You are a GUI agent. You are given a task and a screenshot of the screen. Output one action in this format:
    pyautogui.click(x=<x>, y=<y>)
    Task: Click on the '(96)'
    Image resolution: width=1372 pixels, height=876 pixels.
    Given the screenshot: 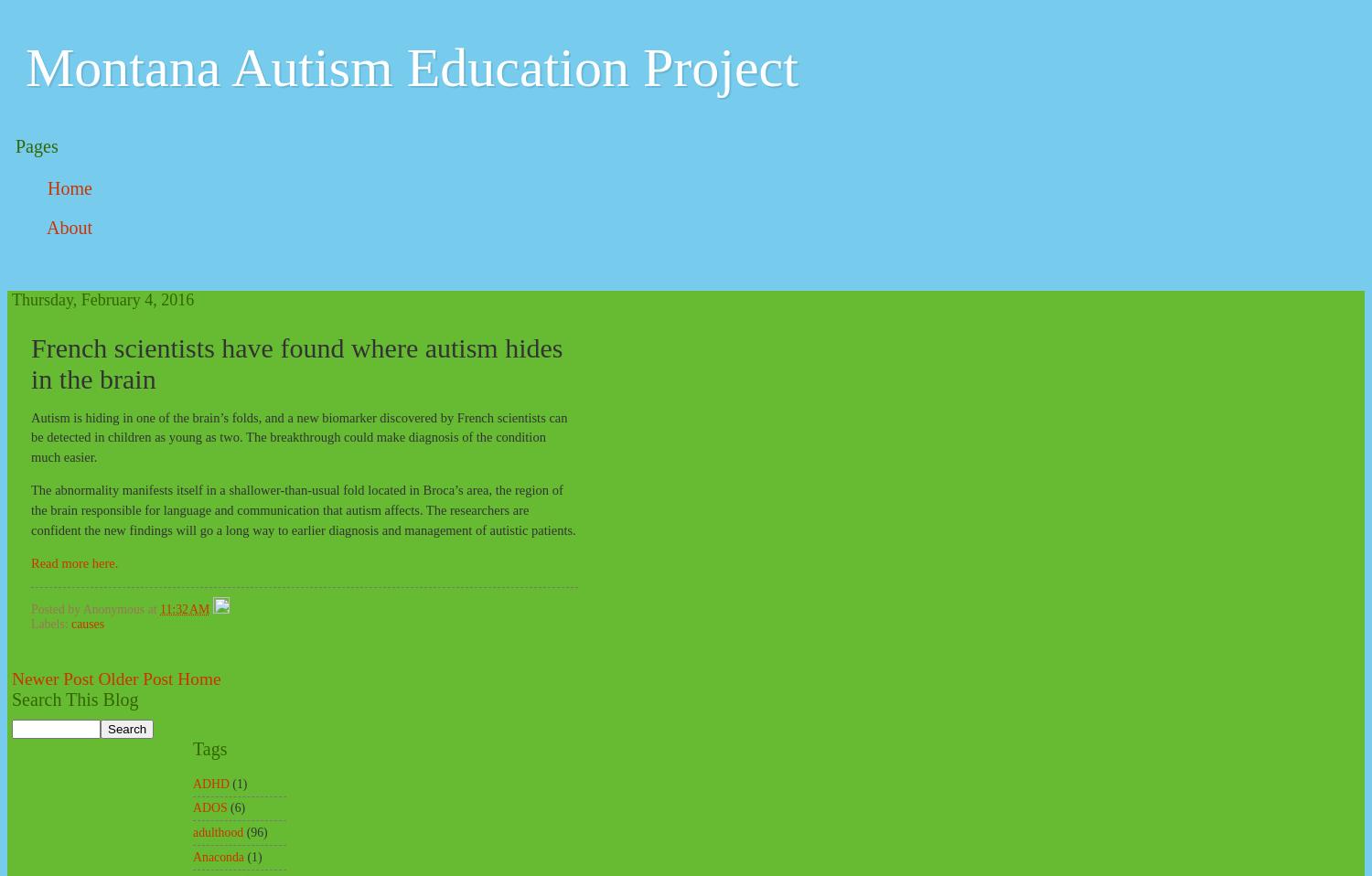 What is the action you would take?
    pyautogui.click(x=256, y=832)
    